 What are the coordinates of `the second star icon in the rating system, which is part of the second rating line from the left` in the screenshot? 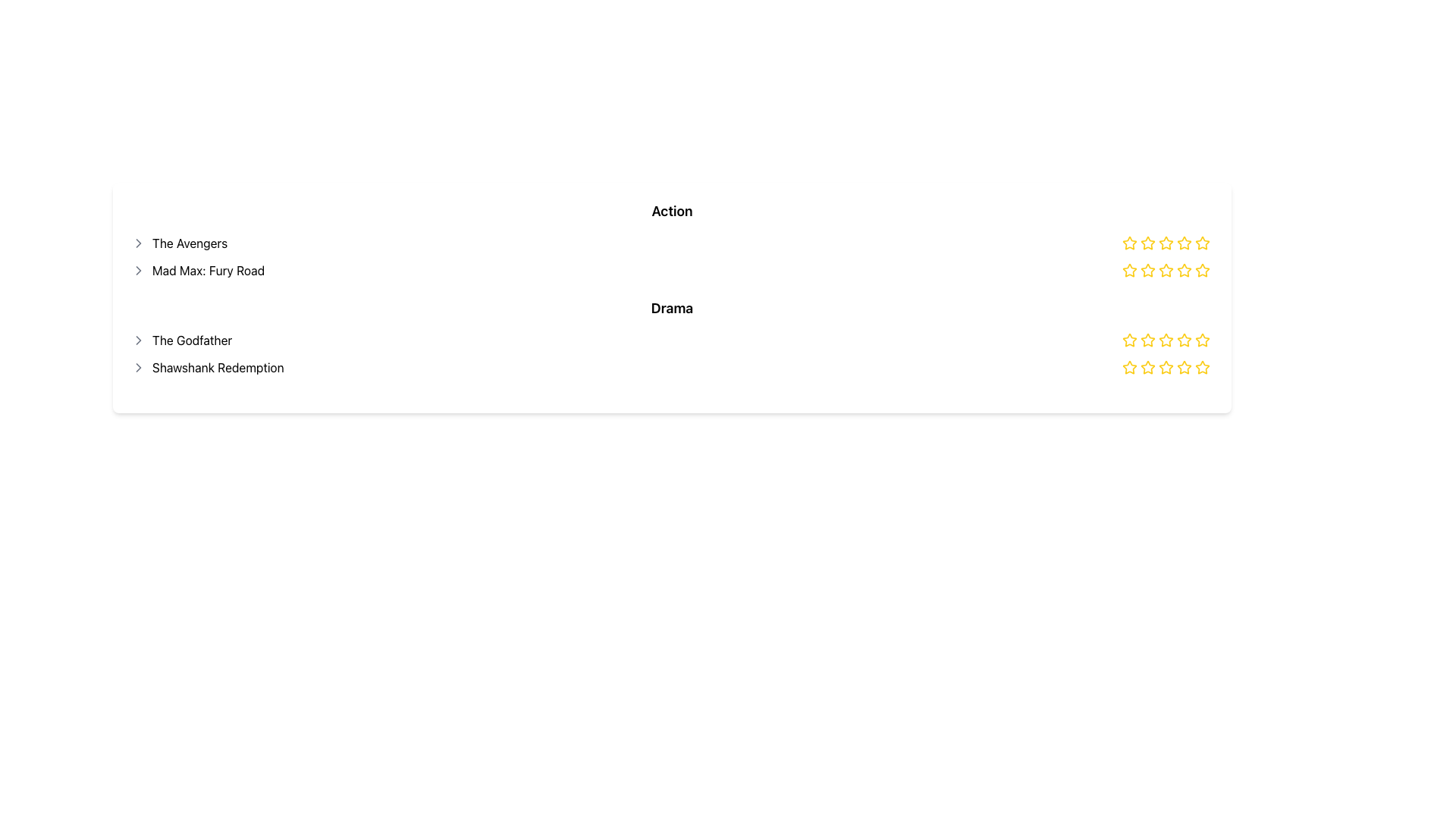 It's located at (1165, 242).